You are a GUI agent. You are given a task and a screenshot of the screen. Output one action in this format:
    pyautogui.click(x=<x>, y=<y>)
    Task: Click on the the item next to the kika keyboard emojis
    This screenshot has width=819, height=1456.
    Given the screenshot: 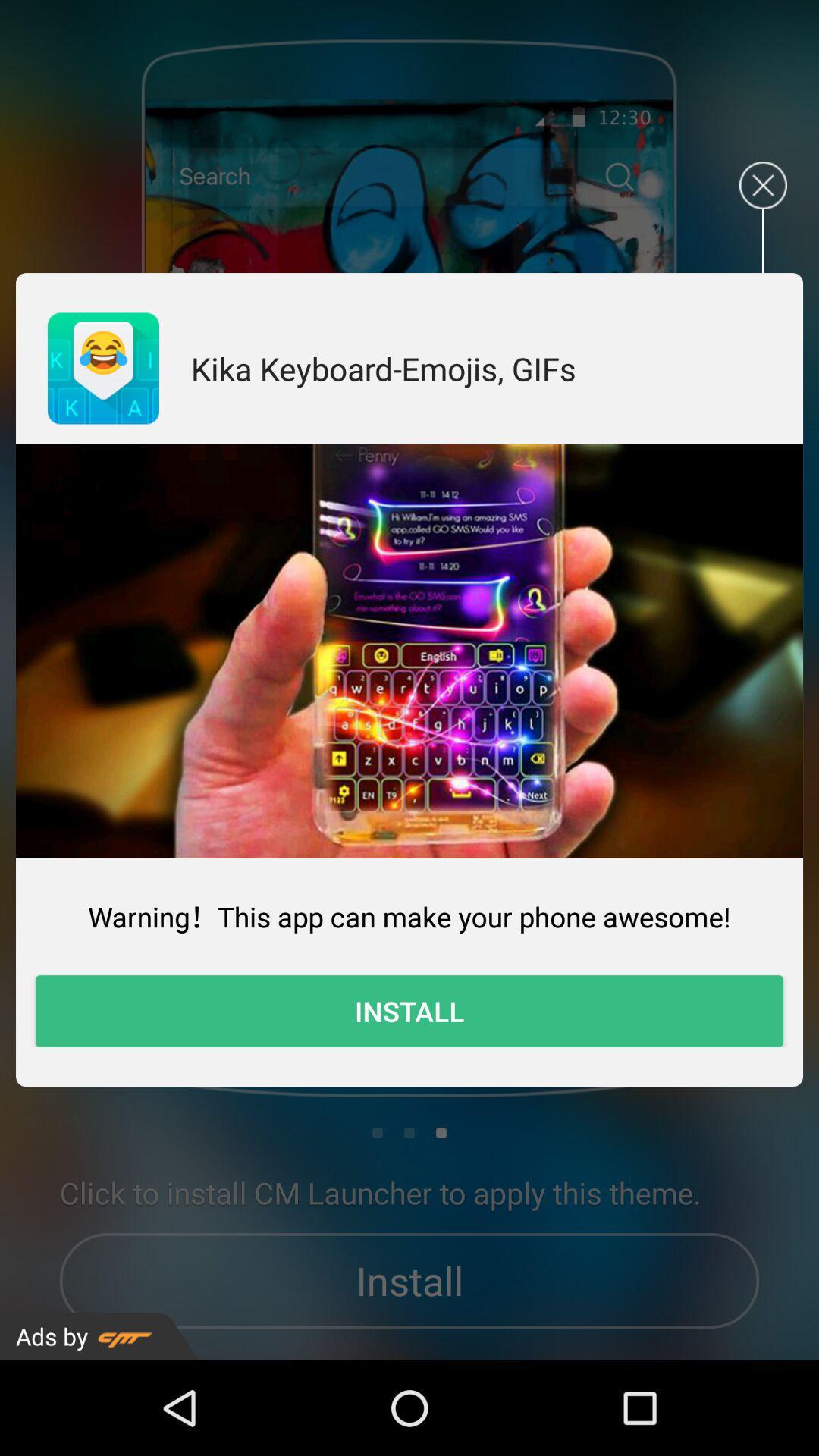 What is the action you would take?
    pyautogui.click(x=102, y=368)
    